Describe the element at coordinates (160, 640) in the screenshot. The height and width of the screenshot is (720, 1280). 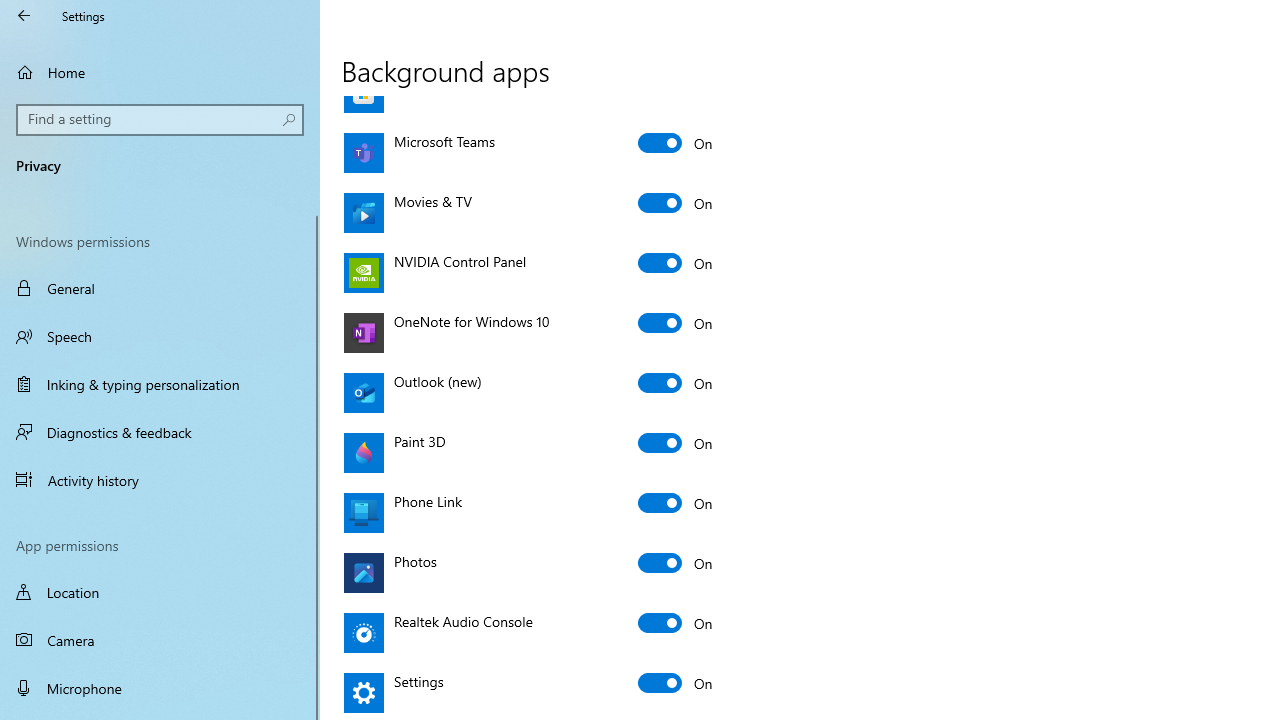
I see `'Camera'` at that location.